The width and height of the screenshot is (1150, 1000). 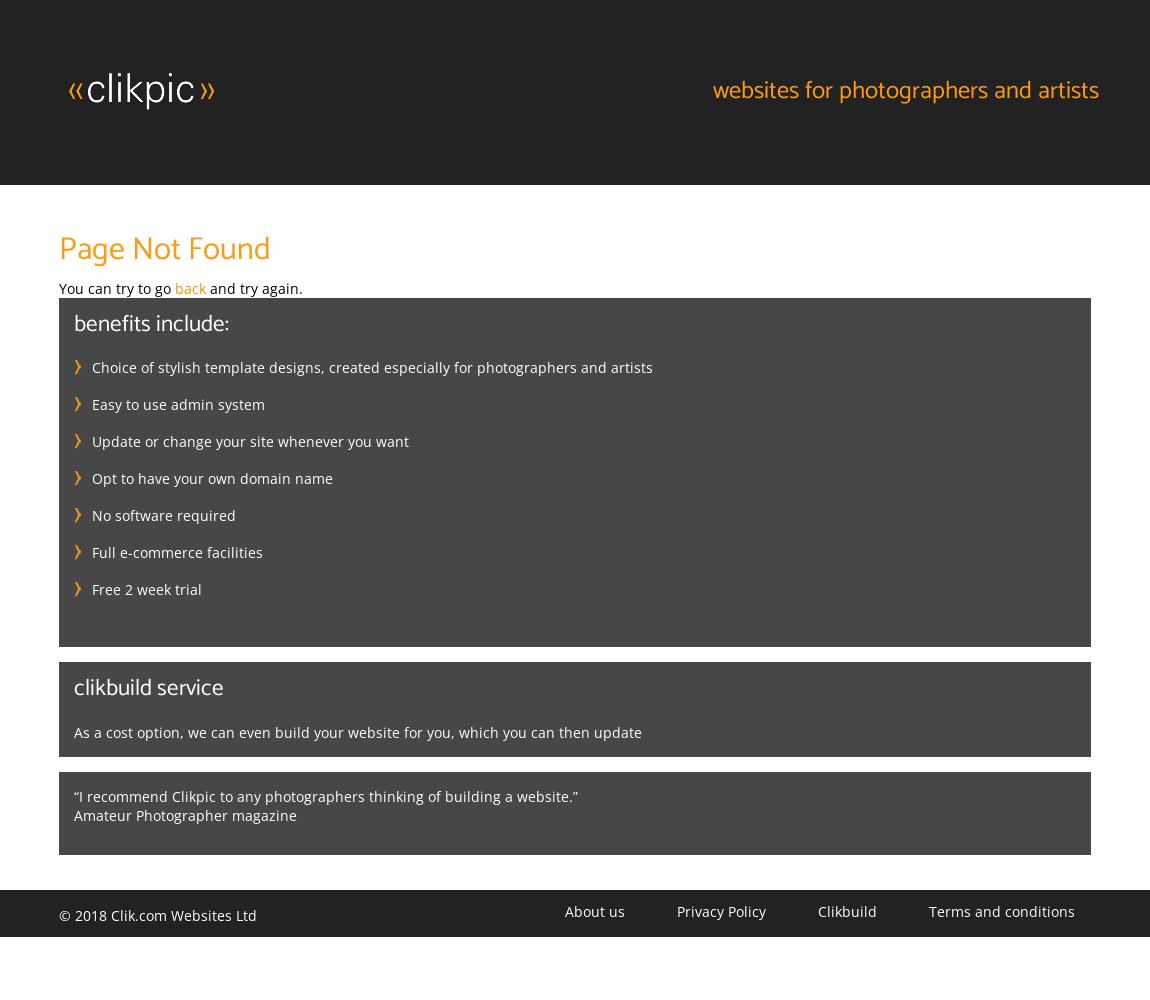 I want to click on 'Clikbuild service', so click(x=148, y=688).